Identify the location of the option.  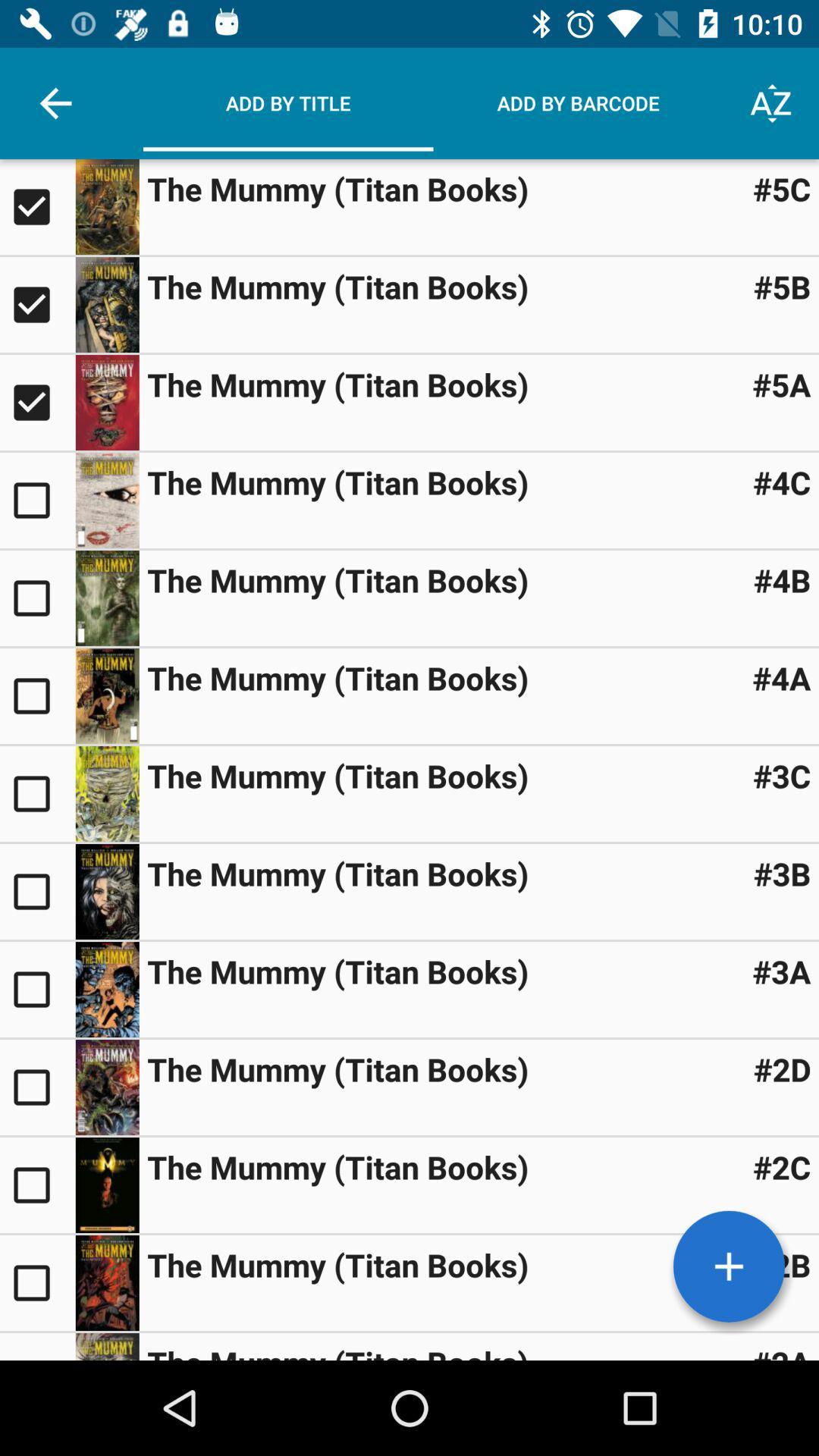
(36, 597).